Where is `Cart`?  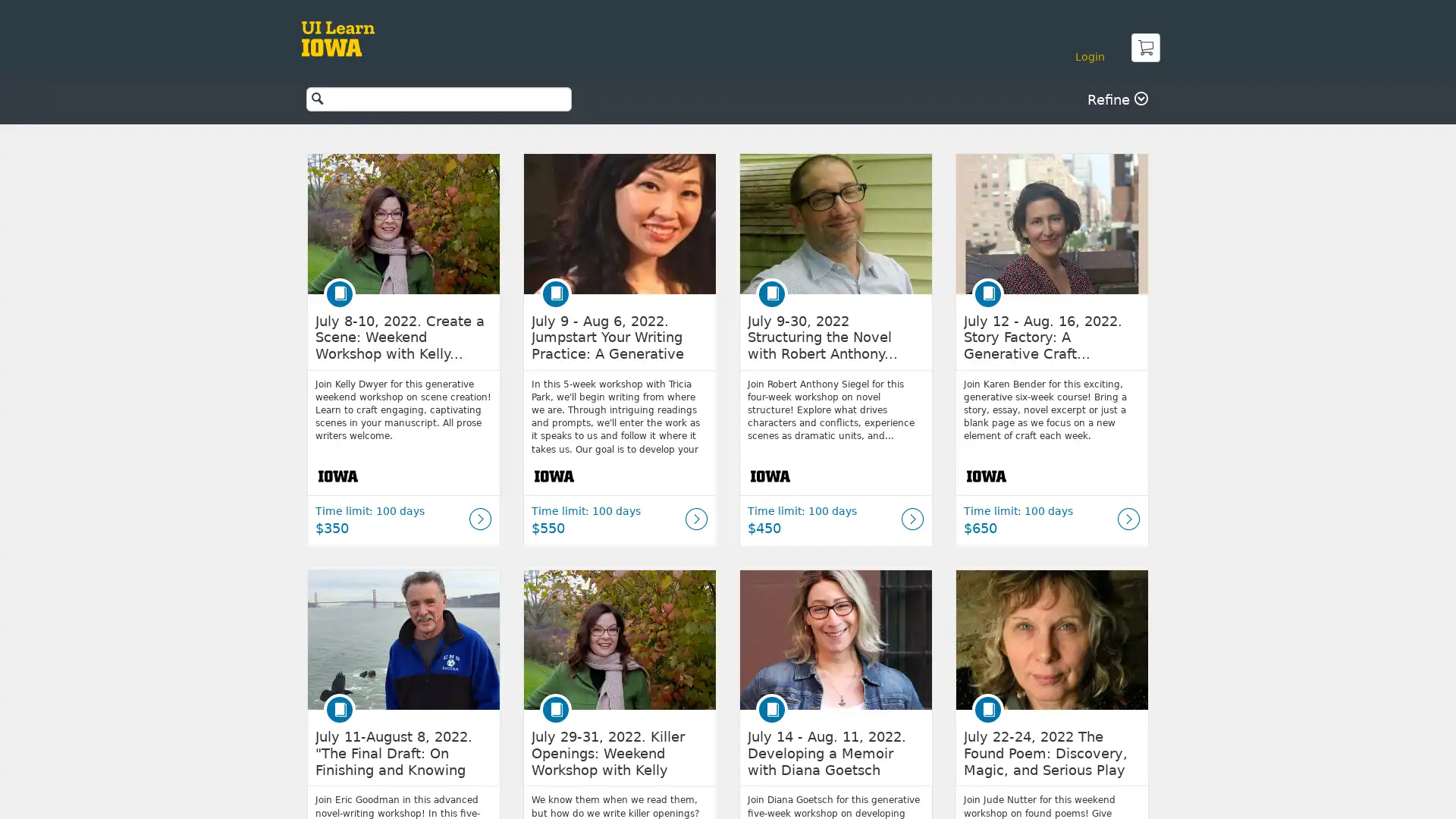 Cart is located at coordinates (1146, 45).